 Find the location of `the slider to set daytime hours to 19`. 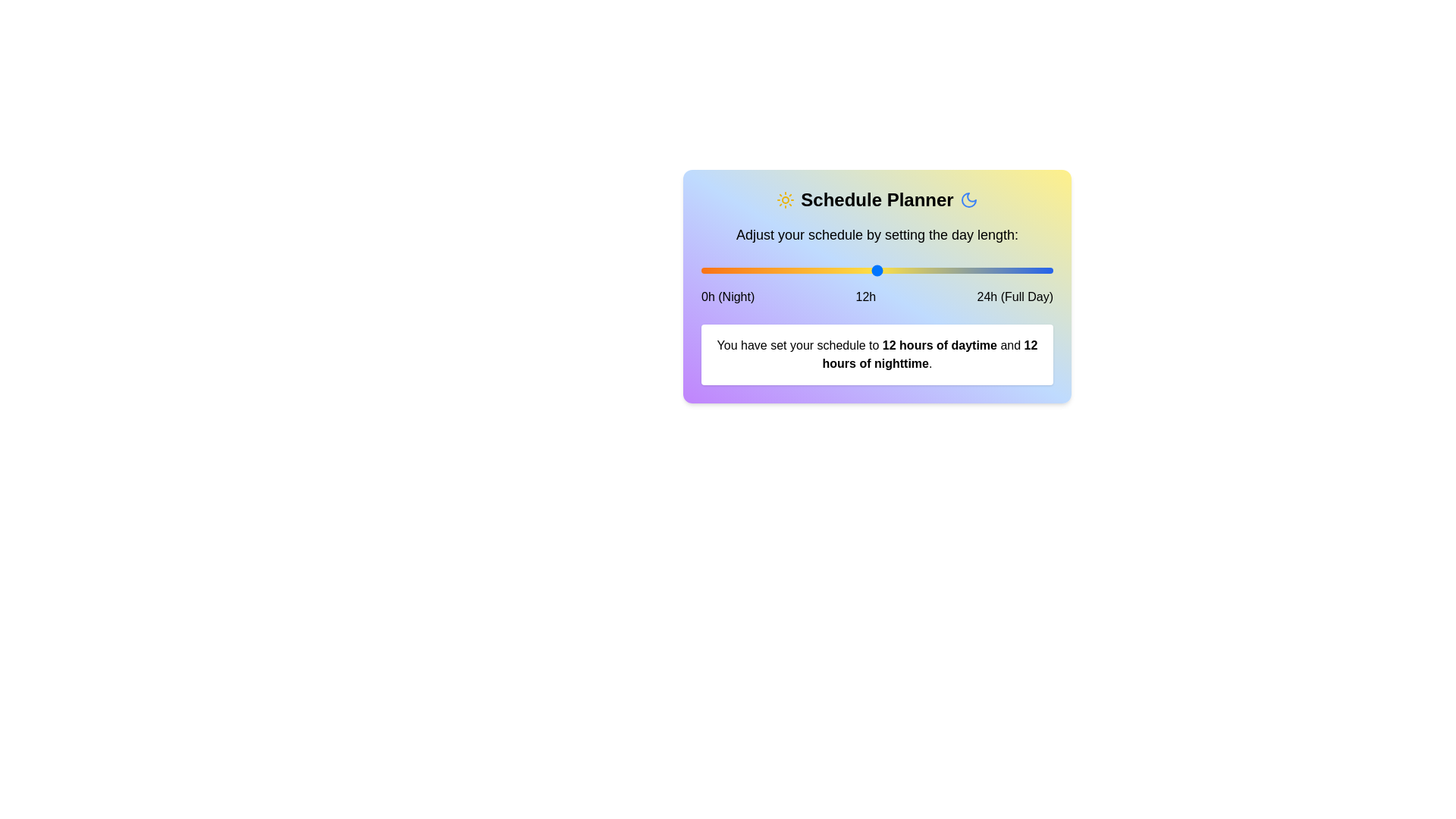

the slider to set daytime hours to 19 is located at coordinates (980, 270).